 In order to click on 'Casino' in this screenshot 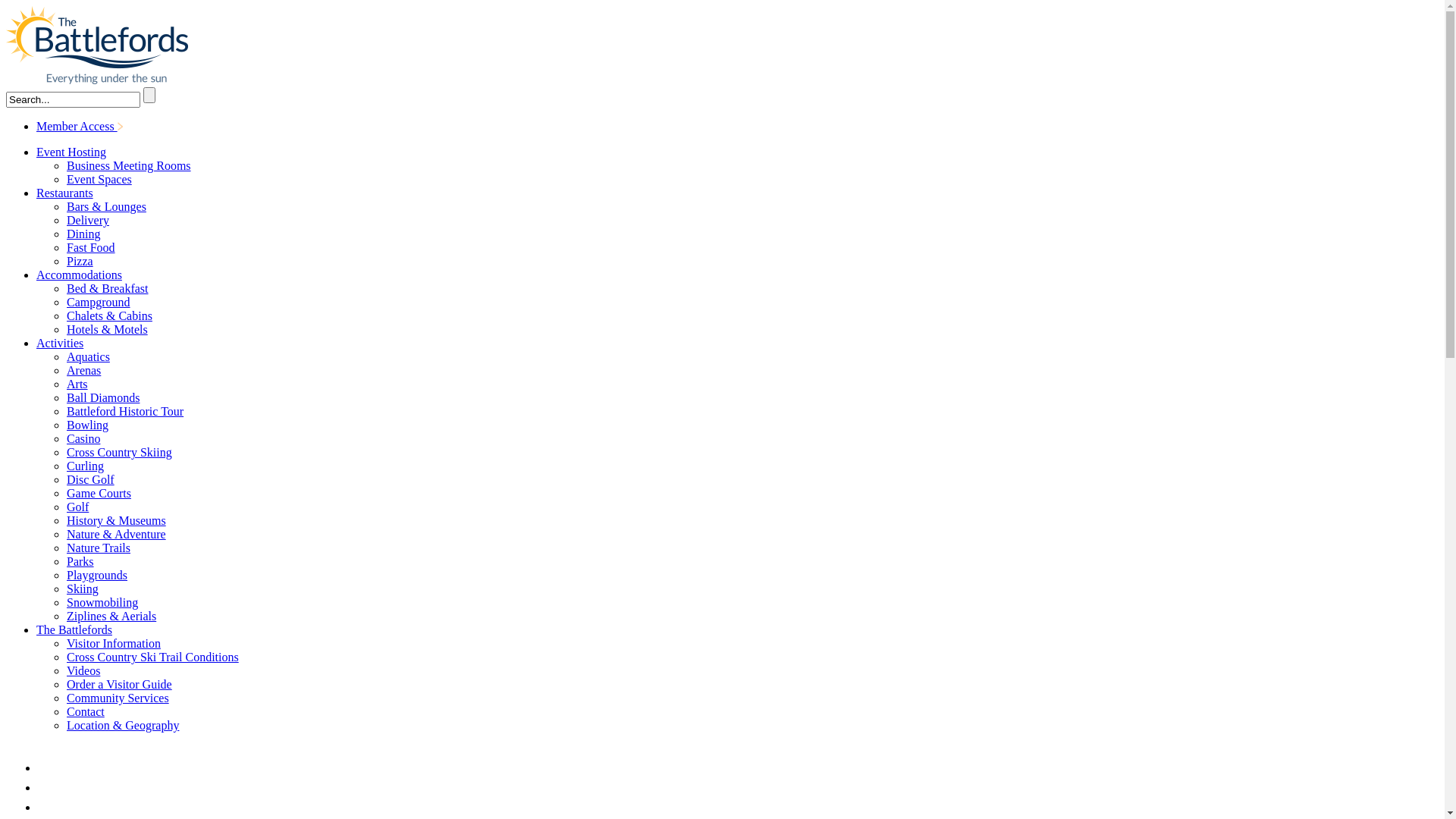, I will do `click(83, 438)`.